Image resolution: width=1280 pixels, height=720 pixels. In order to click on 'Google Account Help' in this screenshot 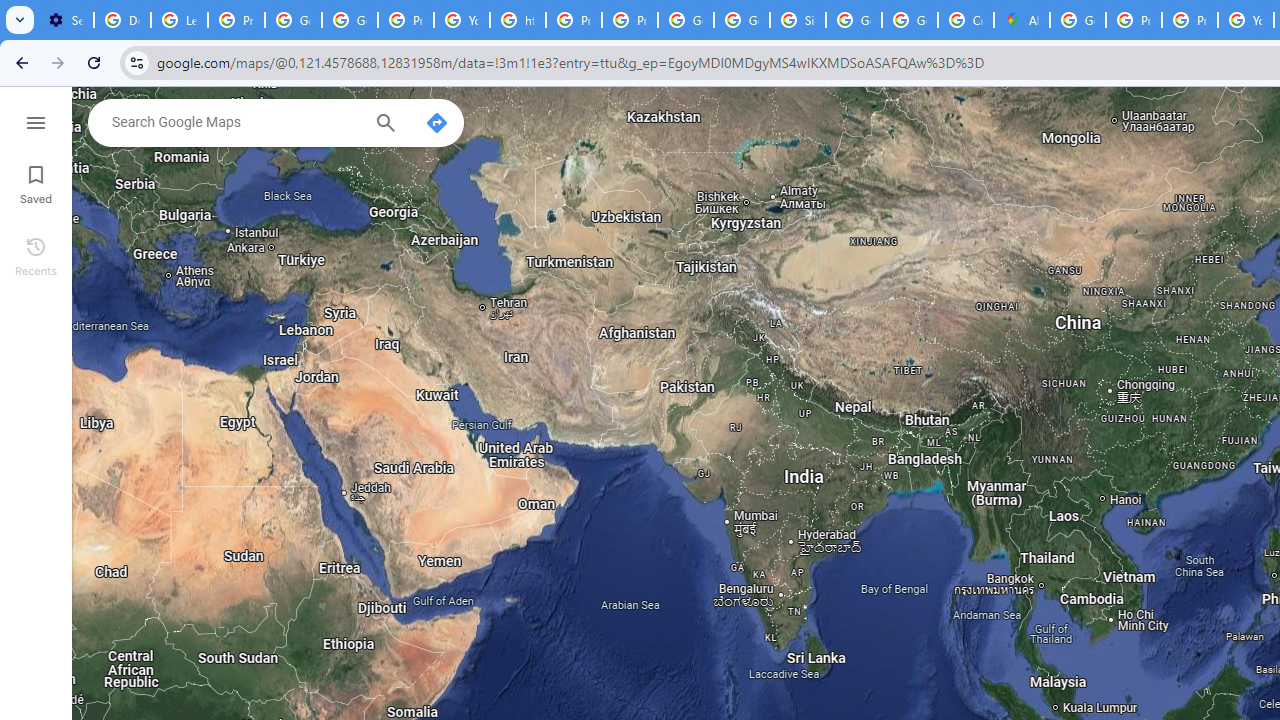, I will do `click(350, 20)`.